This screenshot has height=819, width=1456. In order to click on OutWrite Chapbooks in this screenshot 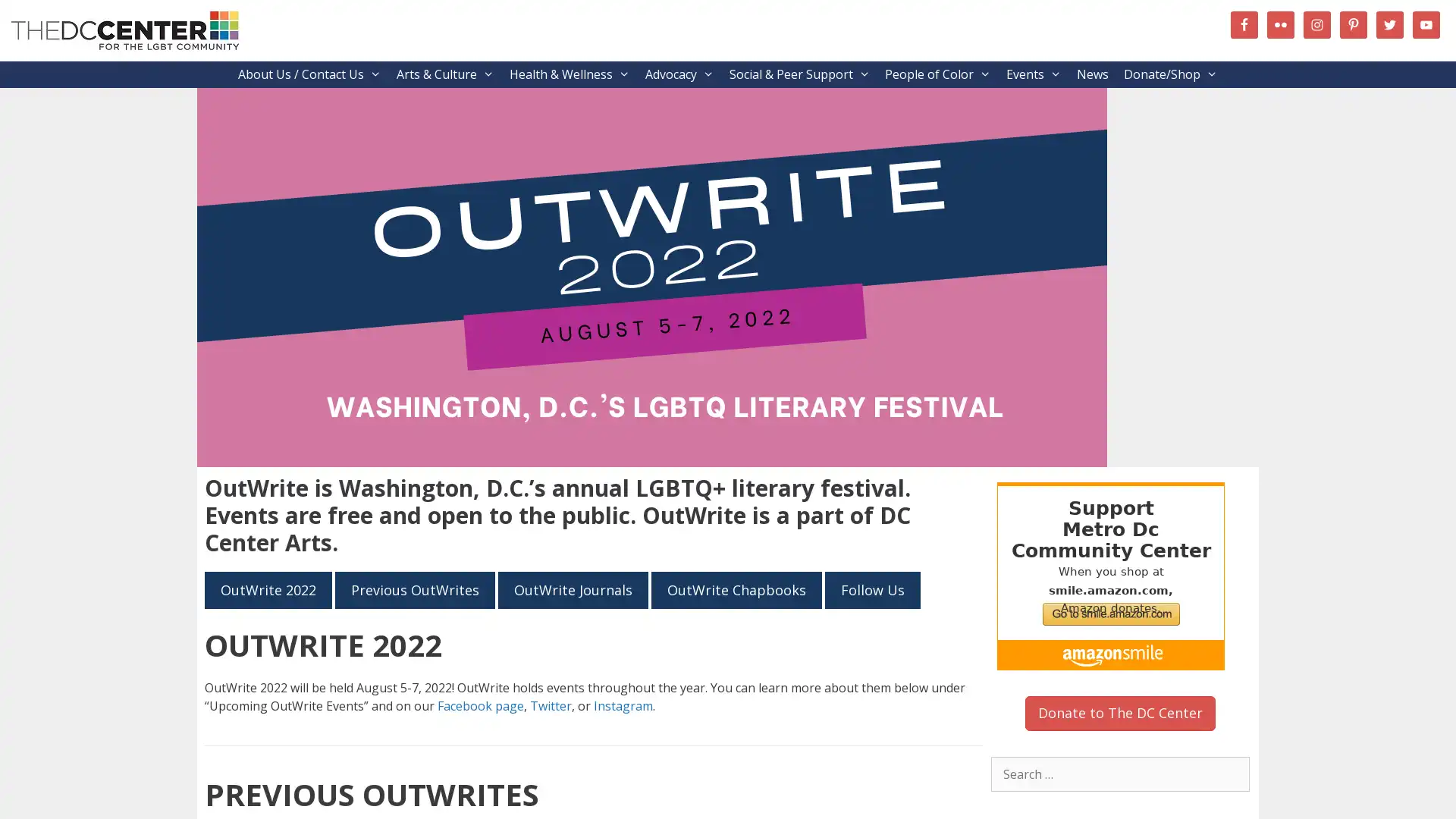, I will do `click(736, 589)`.